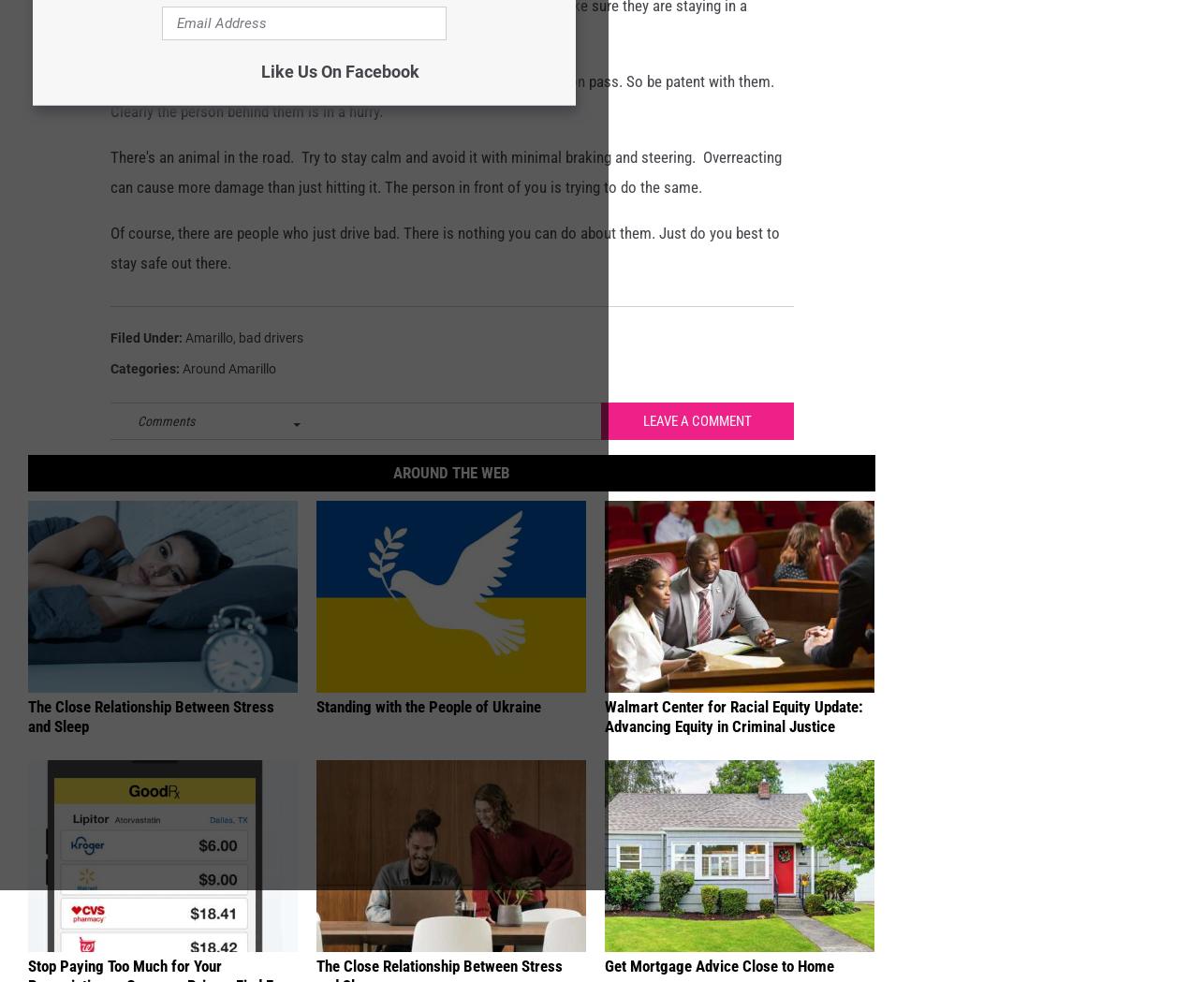 This screenshot has height=982, width=1204. I want to click on 'Around The Web', so click(449, 502).